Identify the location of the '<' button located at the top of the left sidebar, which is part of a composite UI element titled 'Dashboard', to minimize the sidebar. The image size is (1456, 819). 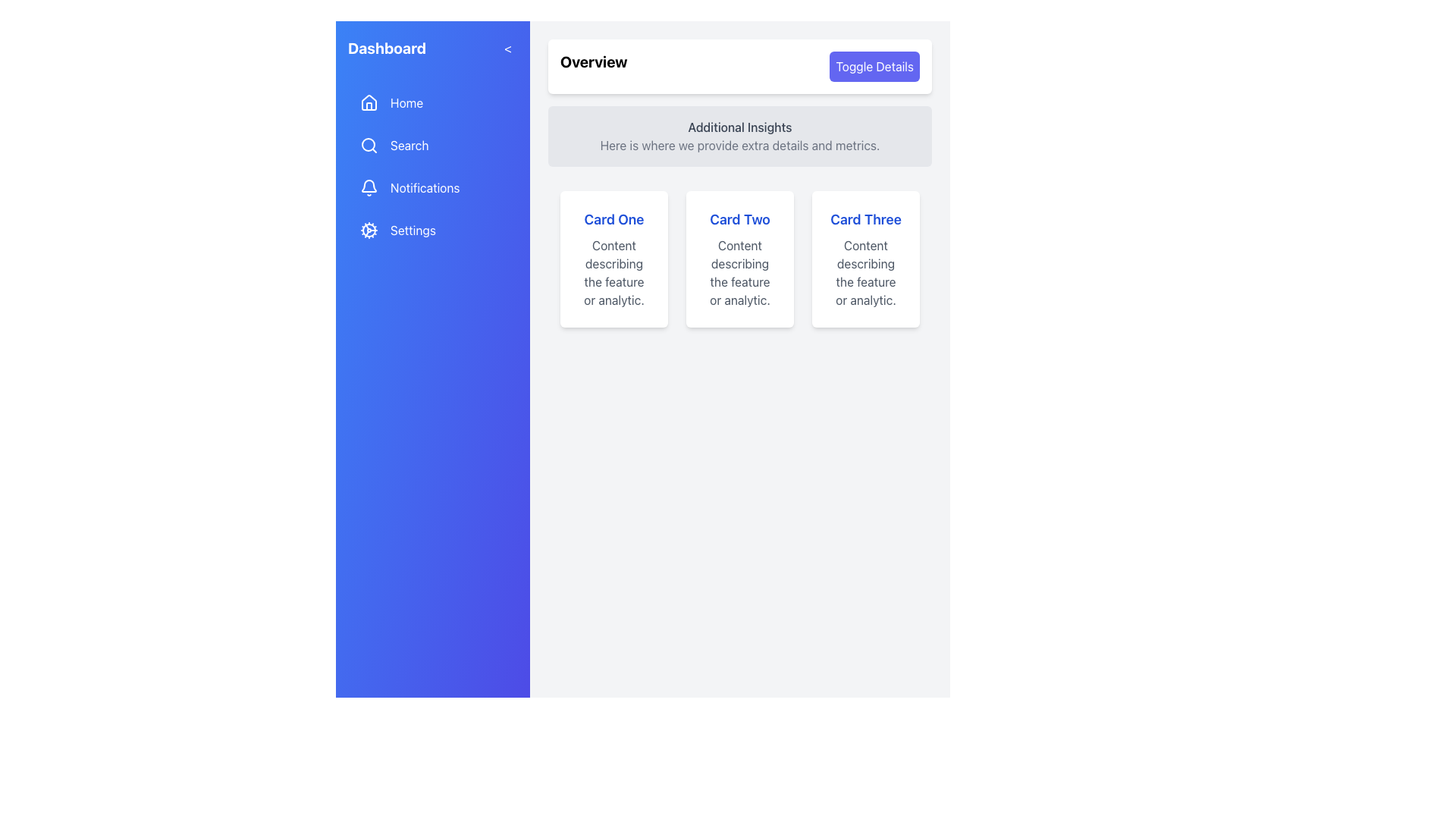
(432, 48).